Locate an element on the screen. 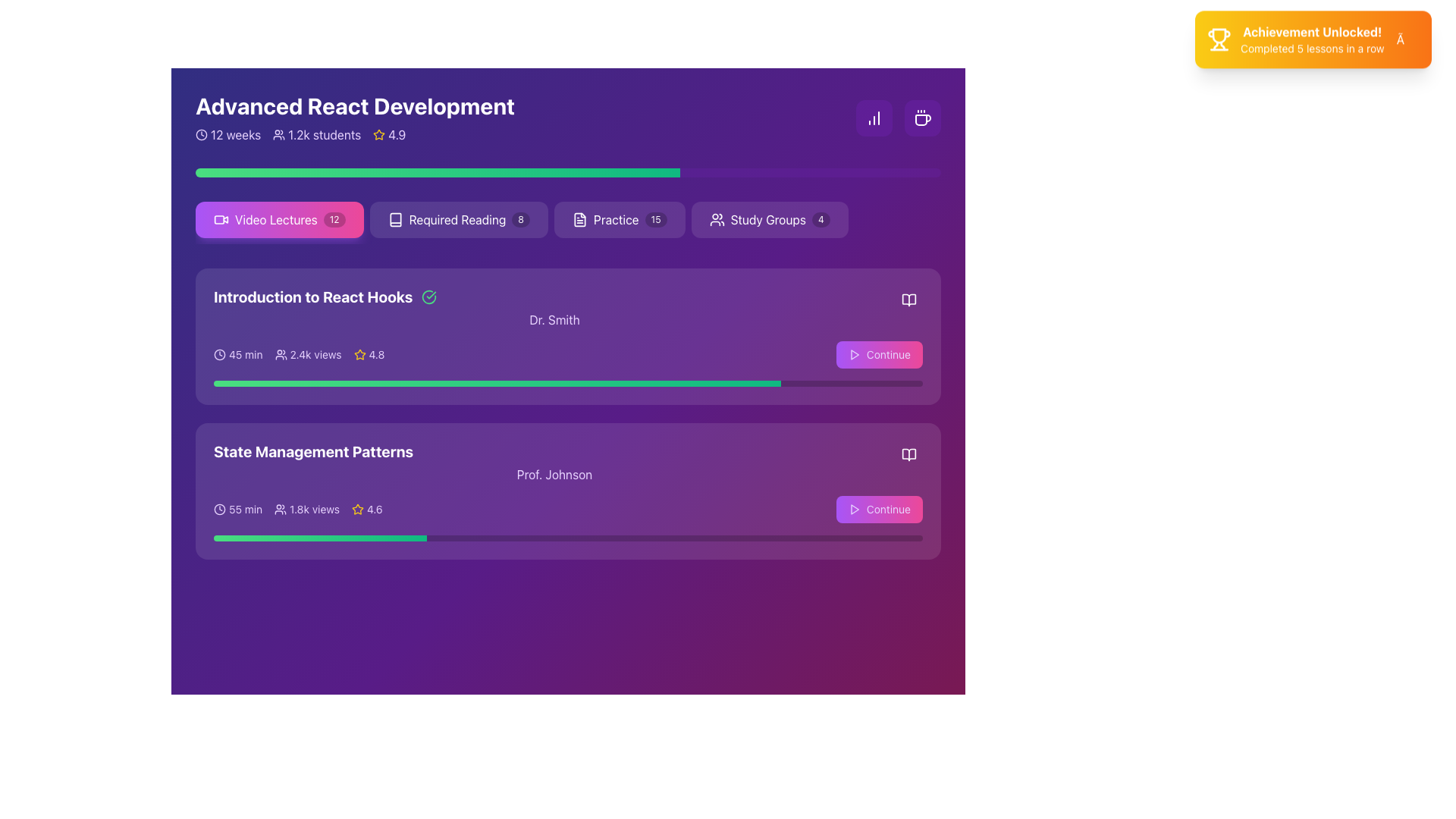 This screenshot has height=819, width=1456. the clock icon, which is a modern SVG illustration with a circular outline and hands indicating time, located in the 'Advanced React Development' section before the text '12 weeks' is located at coordinates (200, 133).